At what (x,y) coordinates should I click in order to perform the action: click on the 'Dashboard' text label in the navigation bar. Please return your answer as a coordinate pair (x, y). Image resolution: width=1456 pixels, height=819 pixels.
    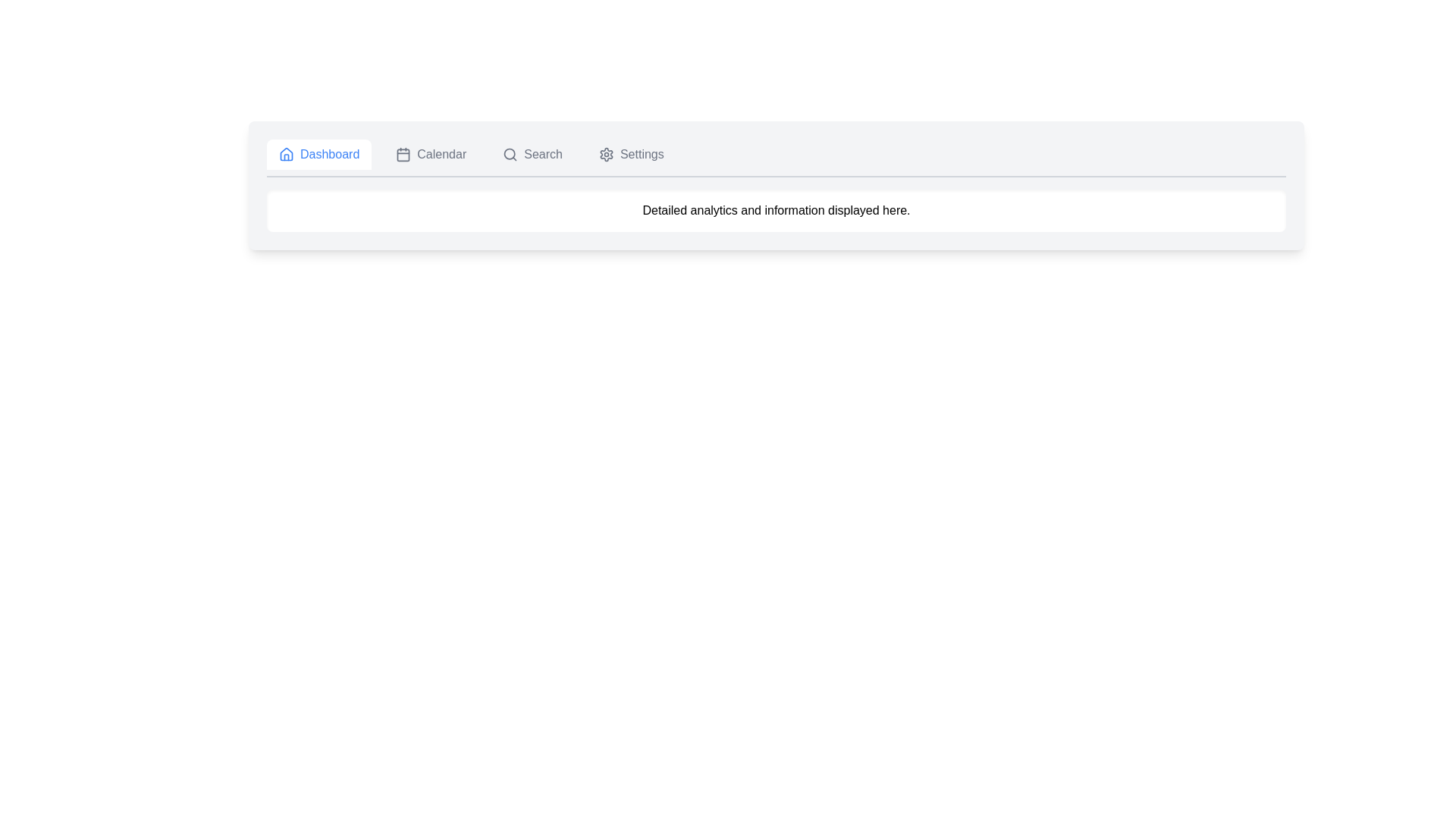
    Looking at the image, I should click on (329, 155).